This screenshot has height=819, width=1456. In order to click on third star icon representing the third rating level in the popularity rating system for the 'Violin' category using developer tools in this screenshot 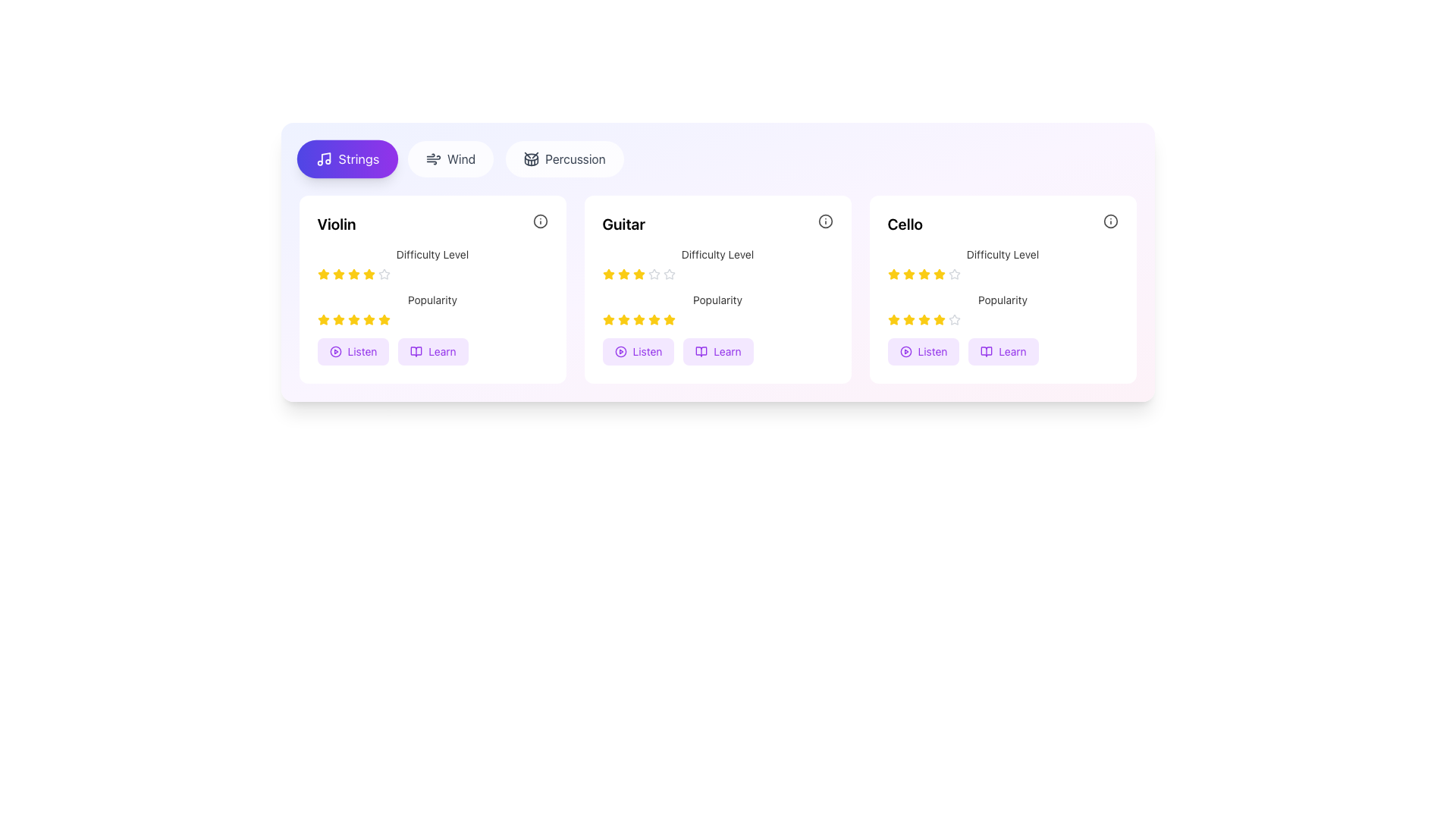, I will do `click(337, 318)`.